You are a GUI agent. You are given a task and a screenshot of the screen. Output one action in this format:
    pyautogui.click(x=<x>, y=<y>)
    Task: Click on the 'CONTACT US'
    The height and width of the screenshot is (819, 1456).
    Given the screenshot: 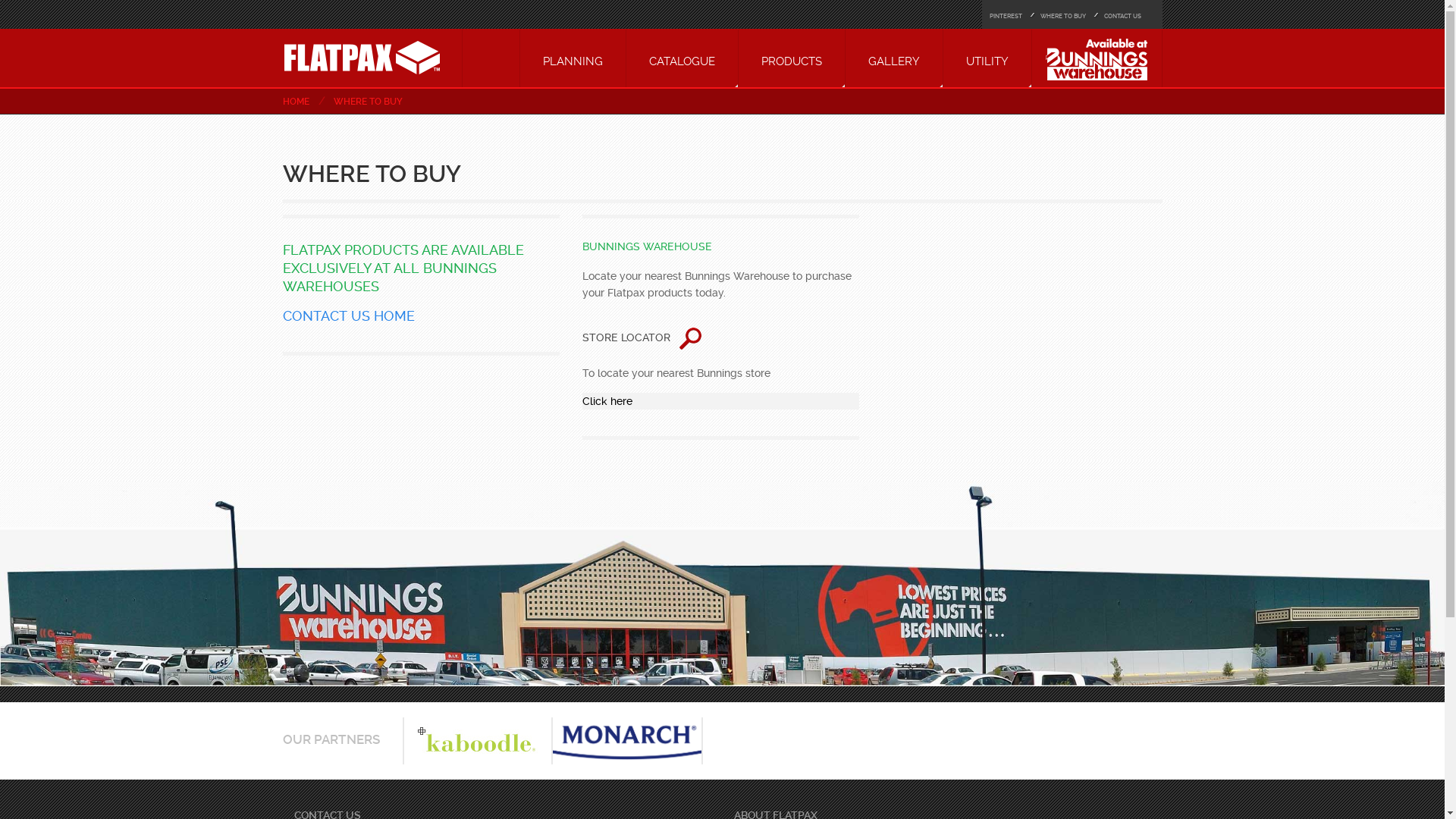 What is the action you would take?
    pyautogui.click(x=1122, y=16)
    